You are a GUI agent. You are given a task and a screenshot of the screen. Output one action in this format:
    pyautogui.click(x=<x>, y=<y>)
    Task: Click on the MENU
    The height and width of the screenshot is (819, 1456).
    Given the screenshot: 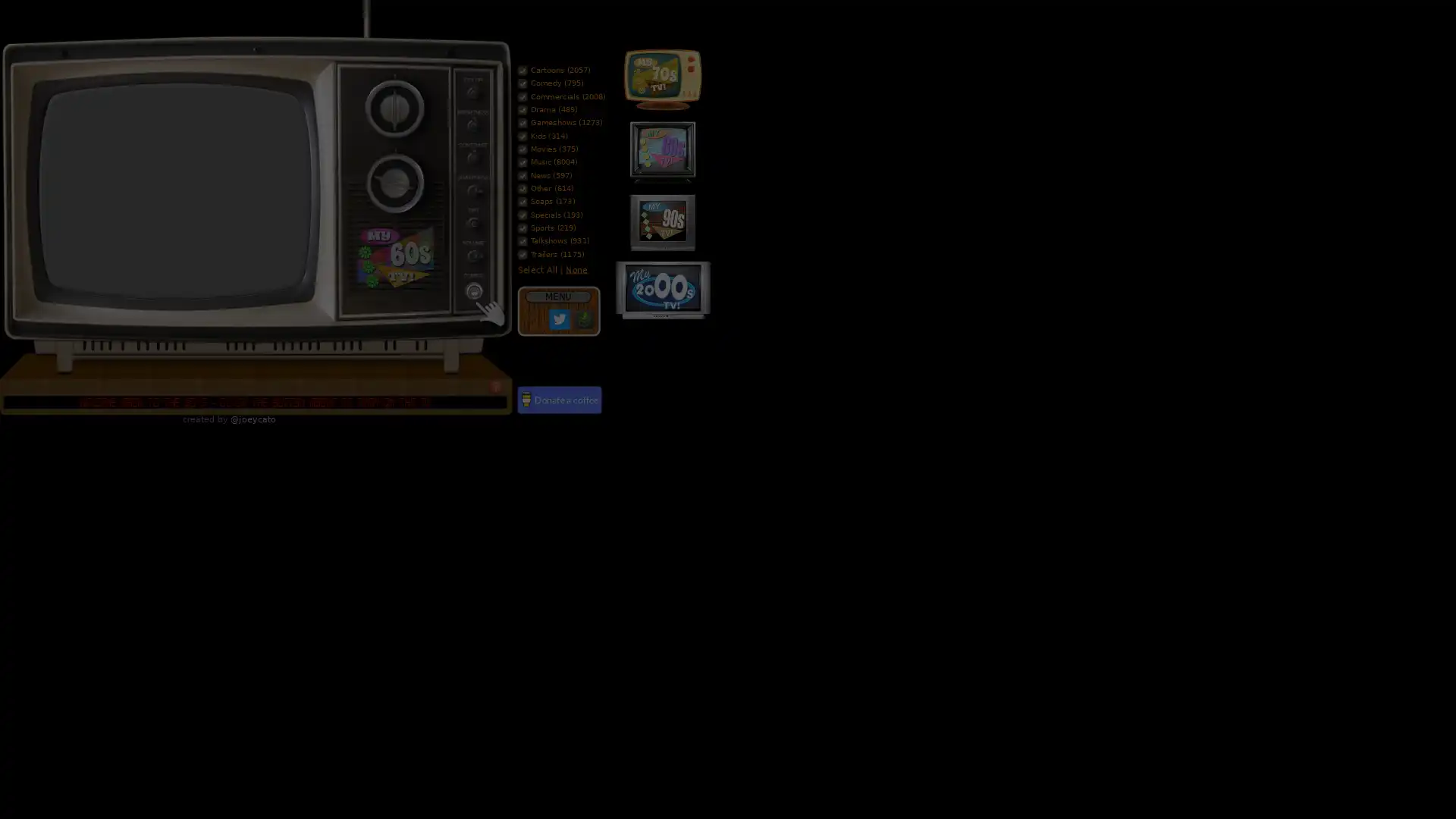 What is the action you would take?
    pyautogui.click(x=557, y=296)
    